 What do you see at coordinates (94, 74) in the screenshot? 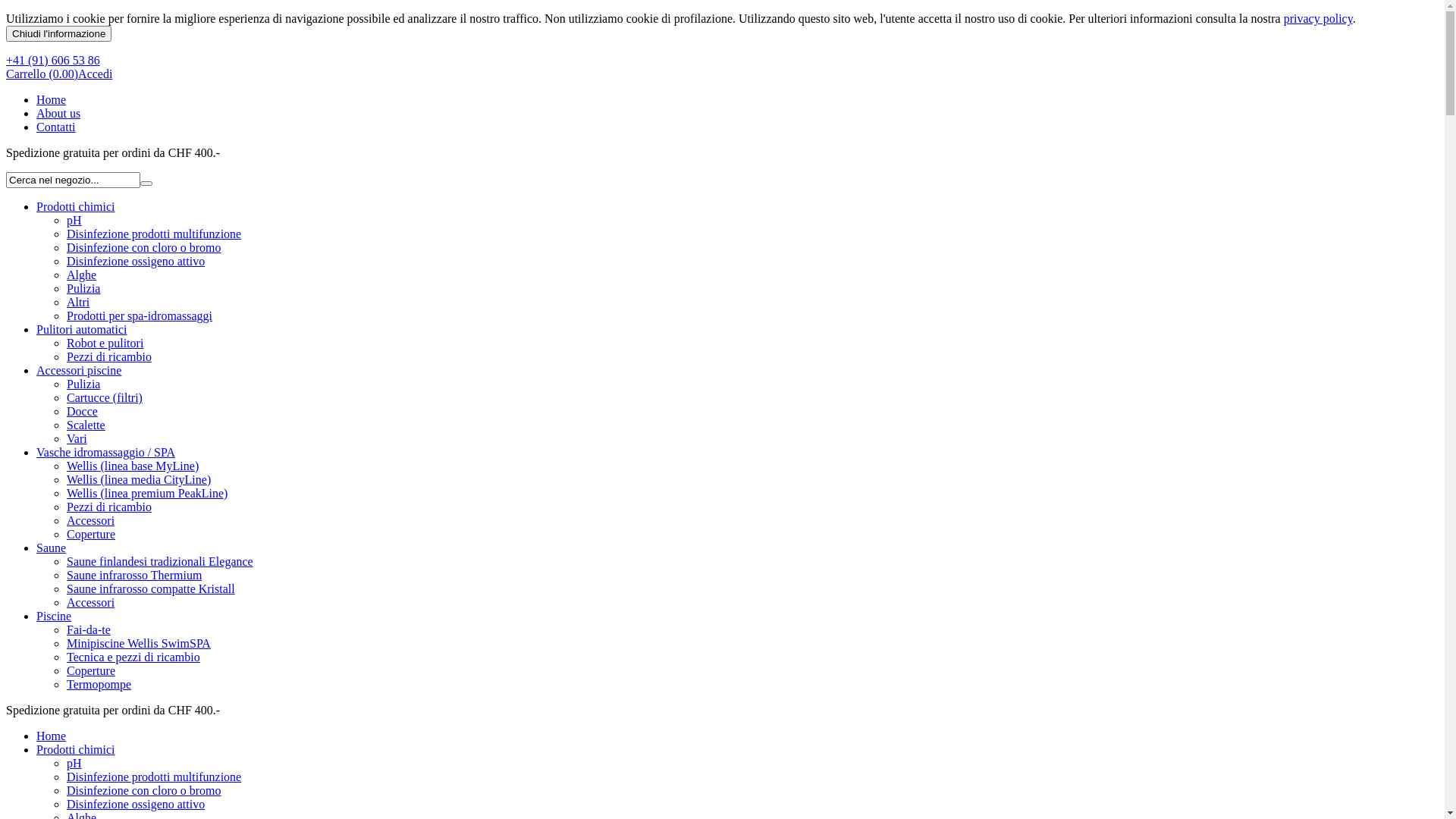
I see `'Accedi'` at bounding box center [94, 74].